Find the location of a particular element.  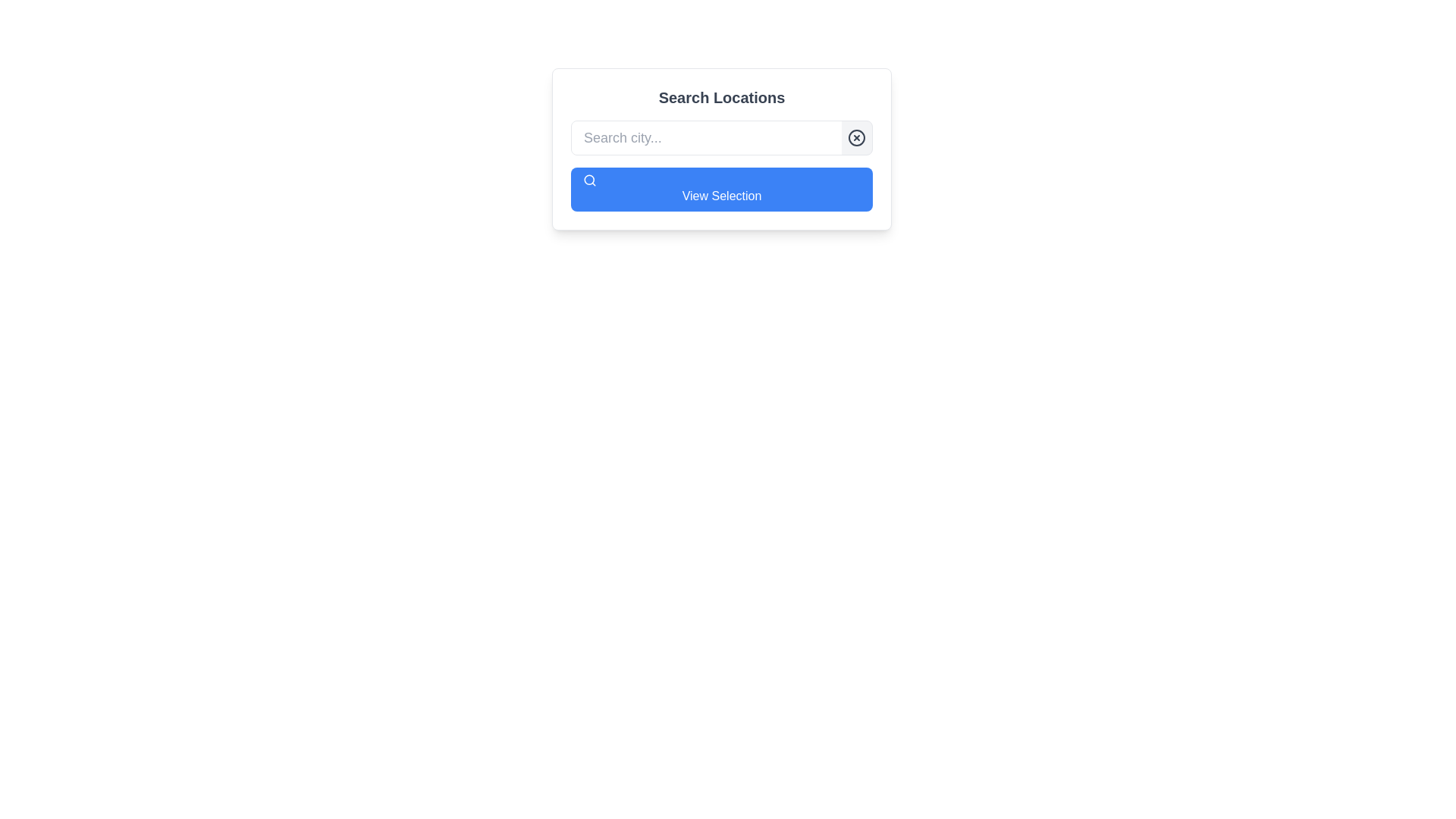

the magnifying glass icon, which is situated on the left side of the blue rectangular 'View Selection' button is located at coordinates (588, 180).